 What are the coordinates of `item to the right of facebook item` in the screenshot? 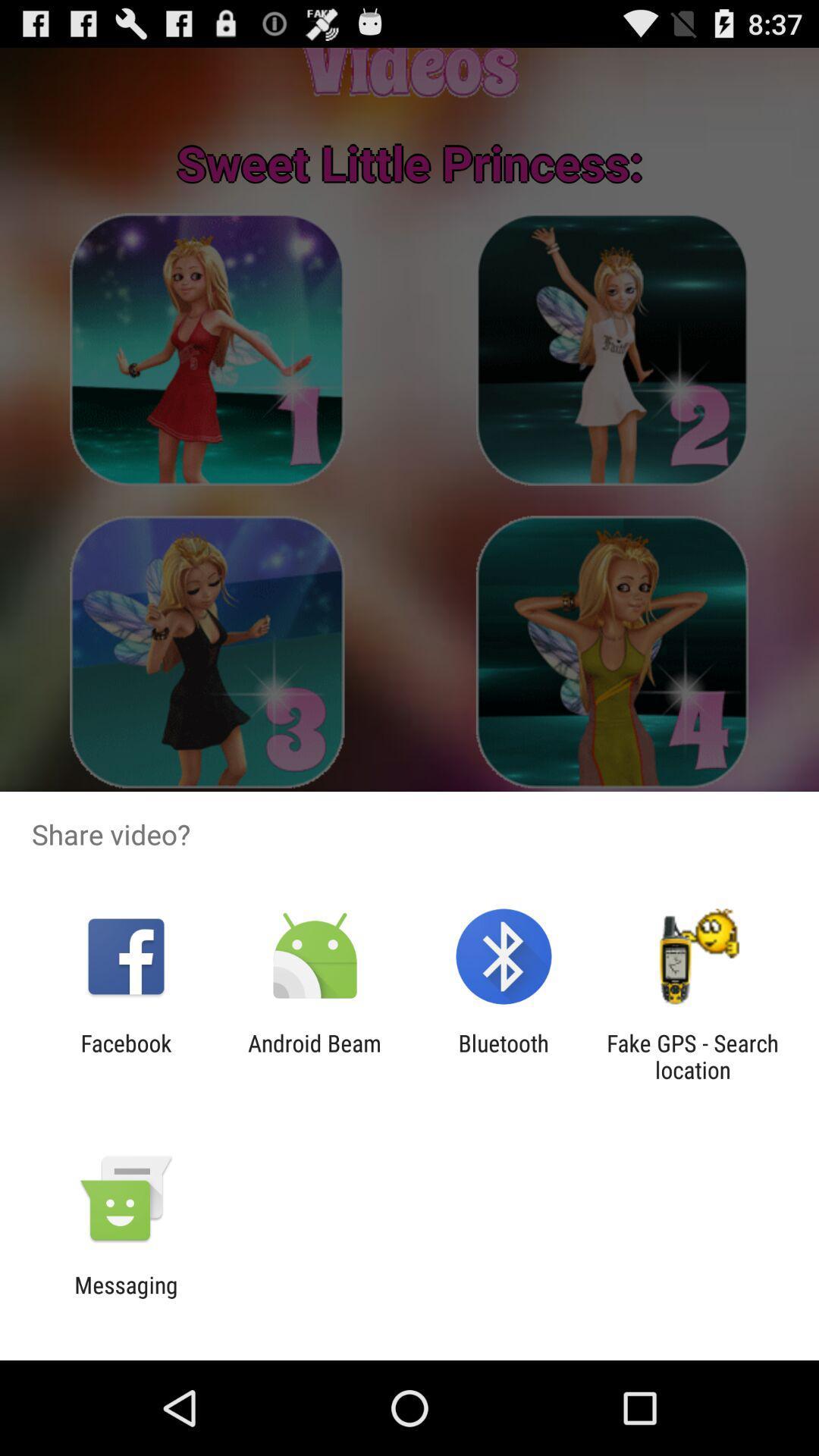 It's located at (314, 1056).